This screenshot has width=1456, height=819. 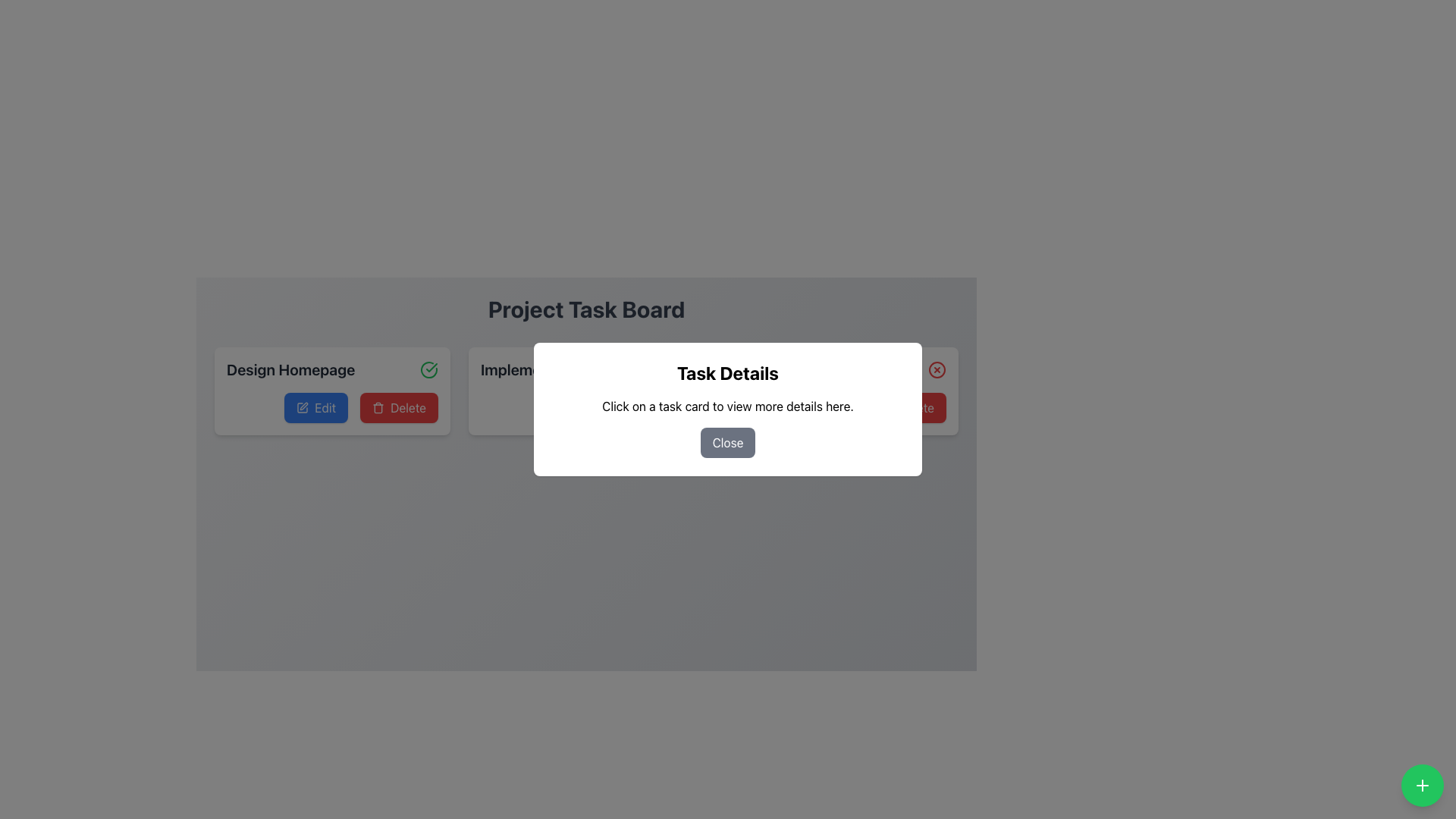 I want to click on the plus (+) icon located in the bottom-right corner of the interface, so click(x=1422, y=785).